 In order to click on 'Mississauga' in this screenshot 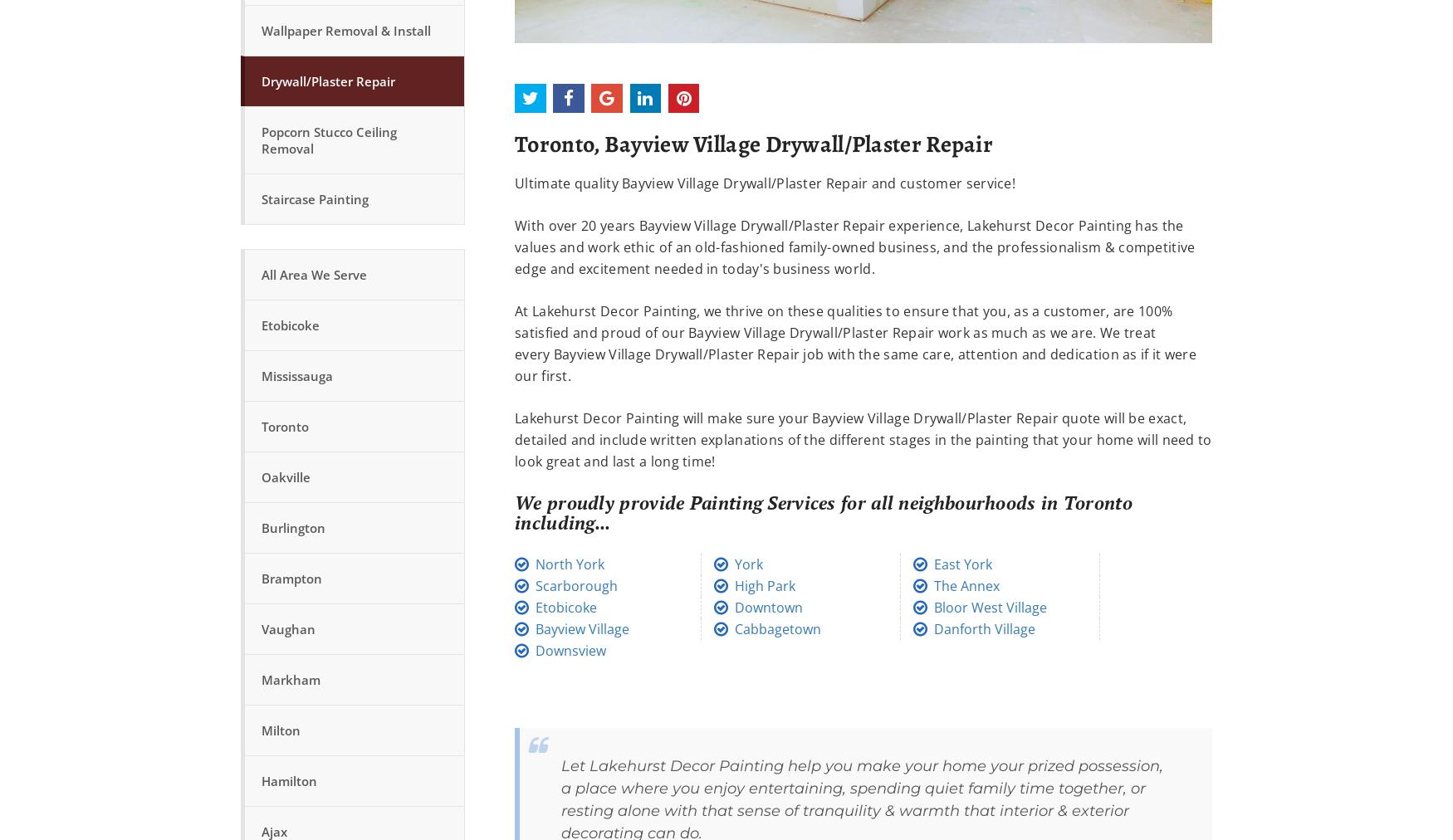, I will do `click(297, 375)`.